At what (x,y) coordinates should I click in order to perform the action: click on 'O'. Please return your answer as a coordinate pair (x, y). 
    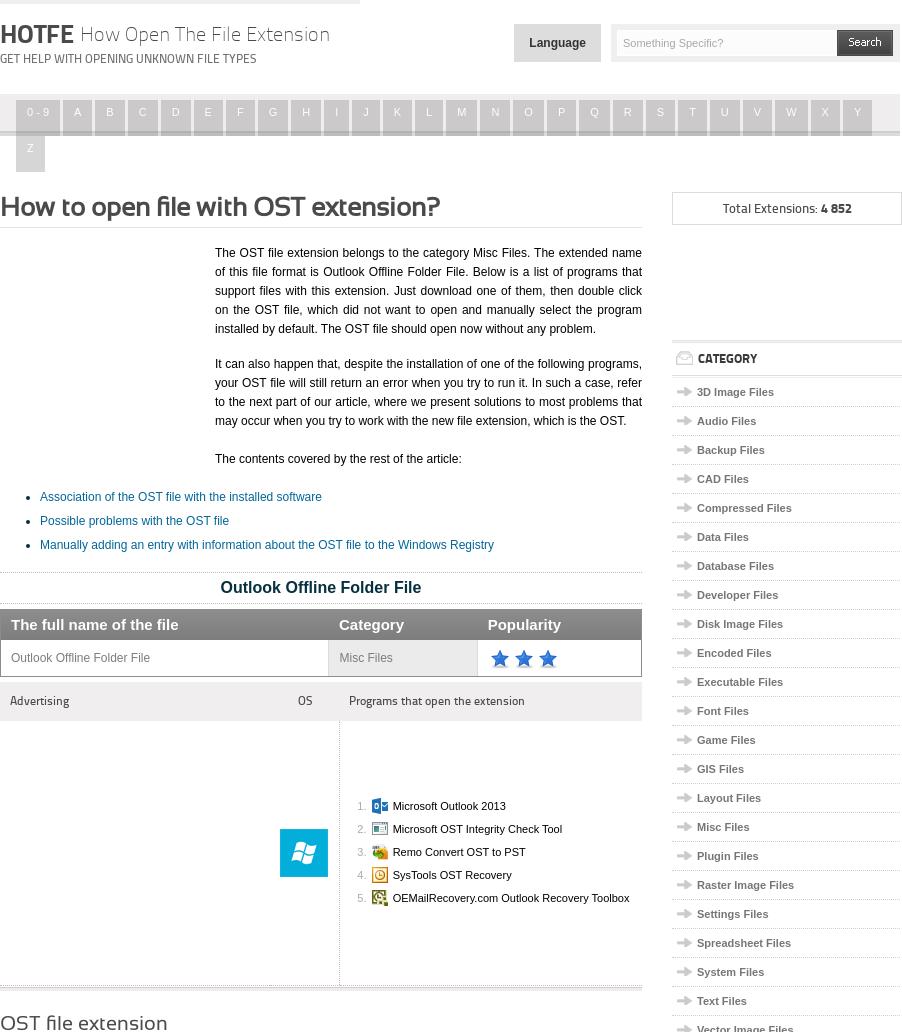
    Looking at the image, I should click on (522, 111).